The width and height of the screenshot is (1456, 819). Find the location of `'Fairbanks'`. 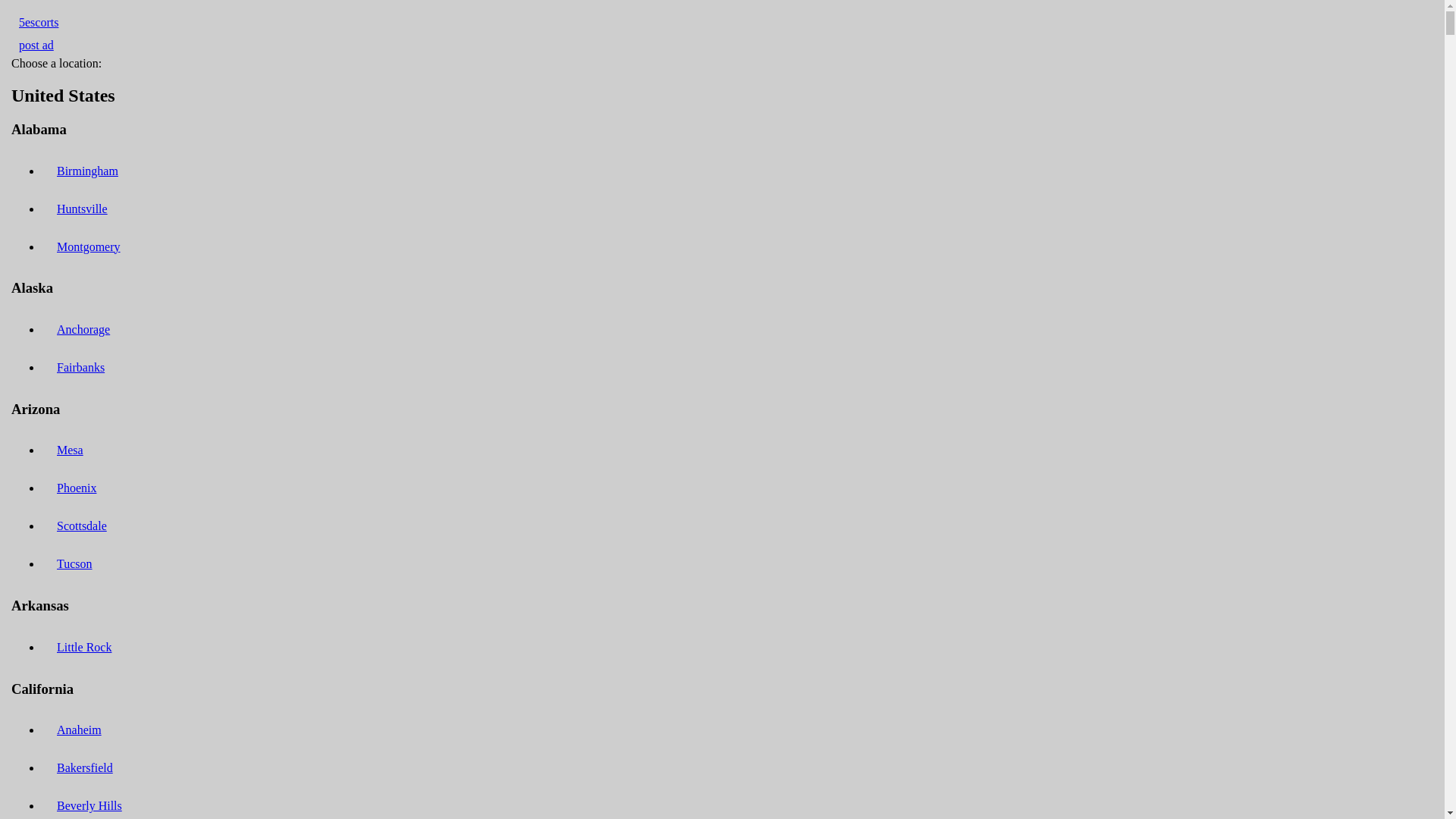

'Fairbanks' is located at coordinates (80, 367).